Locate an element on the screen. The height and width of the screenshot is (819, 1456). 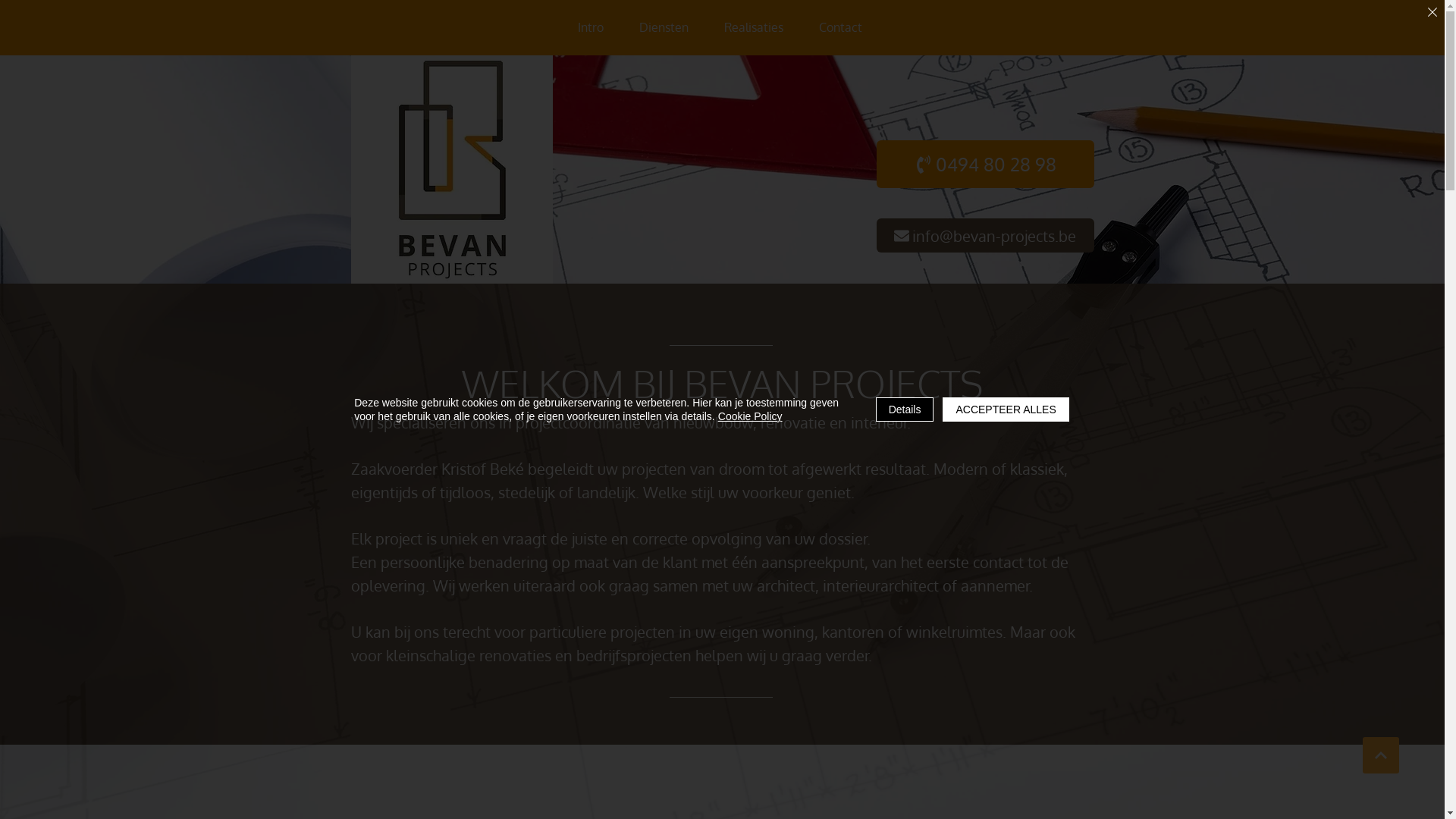
'Diensten' is located at coordinates (664, 27).